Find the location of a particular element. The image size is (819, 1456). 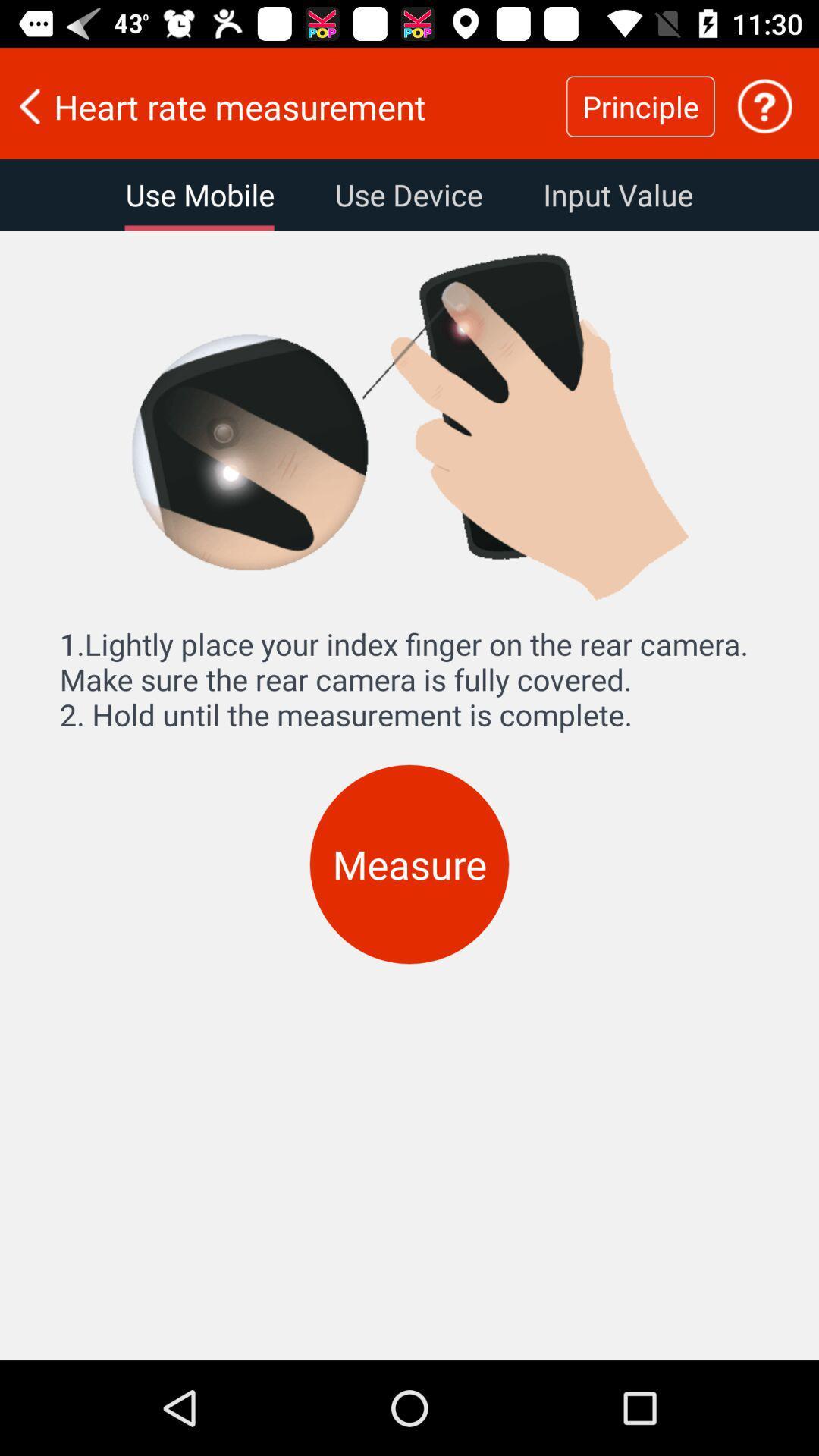

the icon above use mobile icon is located at coordinates (283, 105).